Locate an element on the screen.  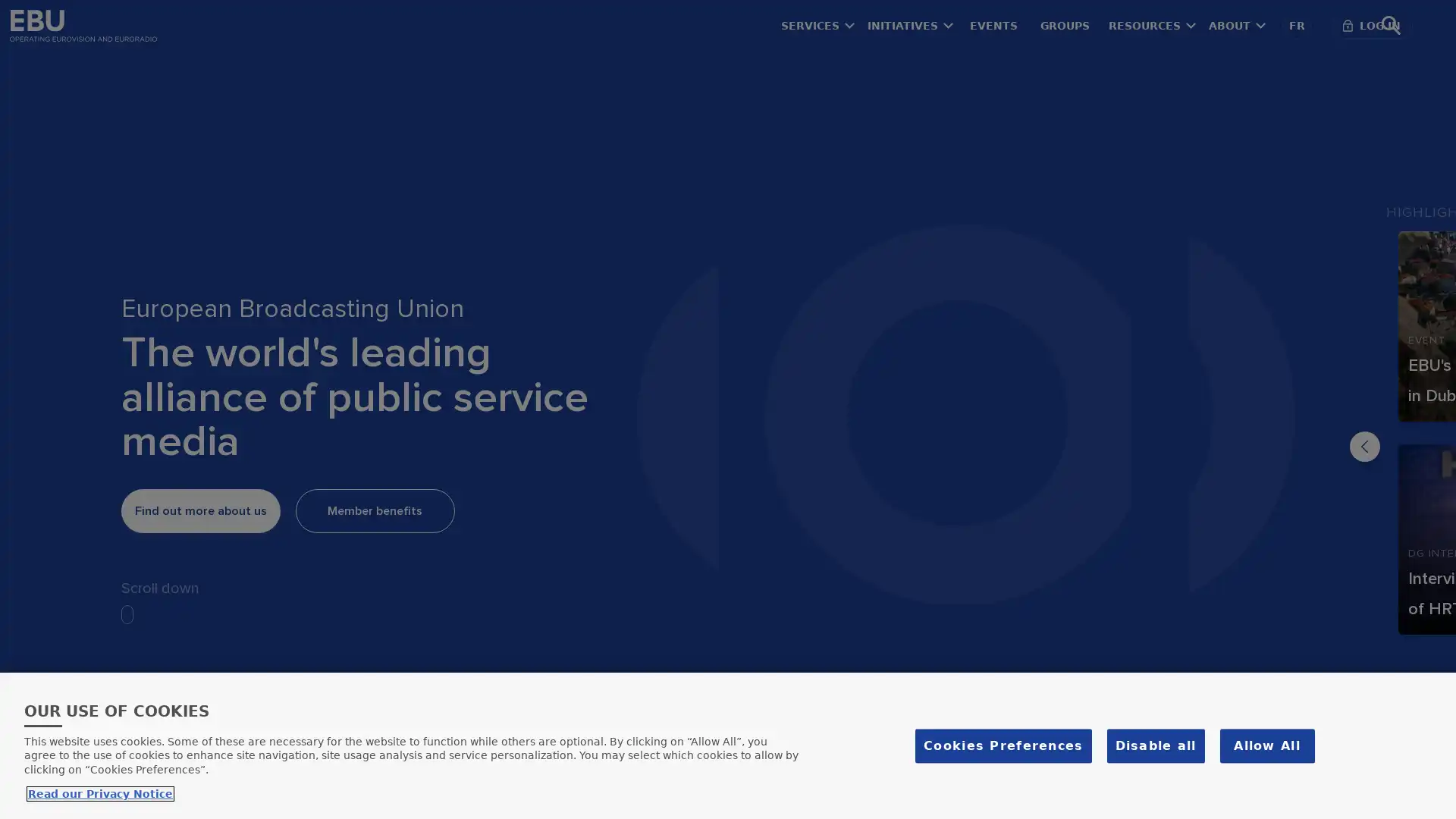
Cookies Preferences is located at coordinates (1003, 745).